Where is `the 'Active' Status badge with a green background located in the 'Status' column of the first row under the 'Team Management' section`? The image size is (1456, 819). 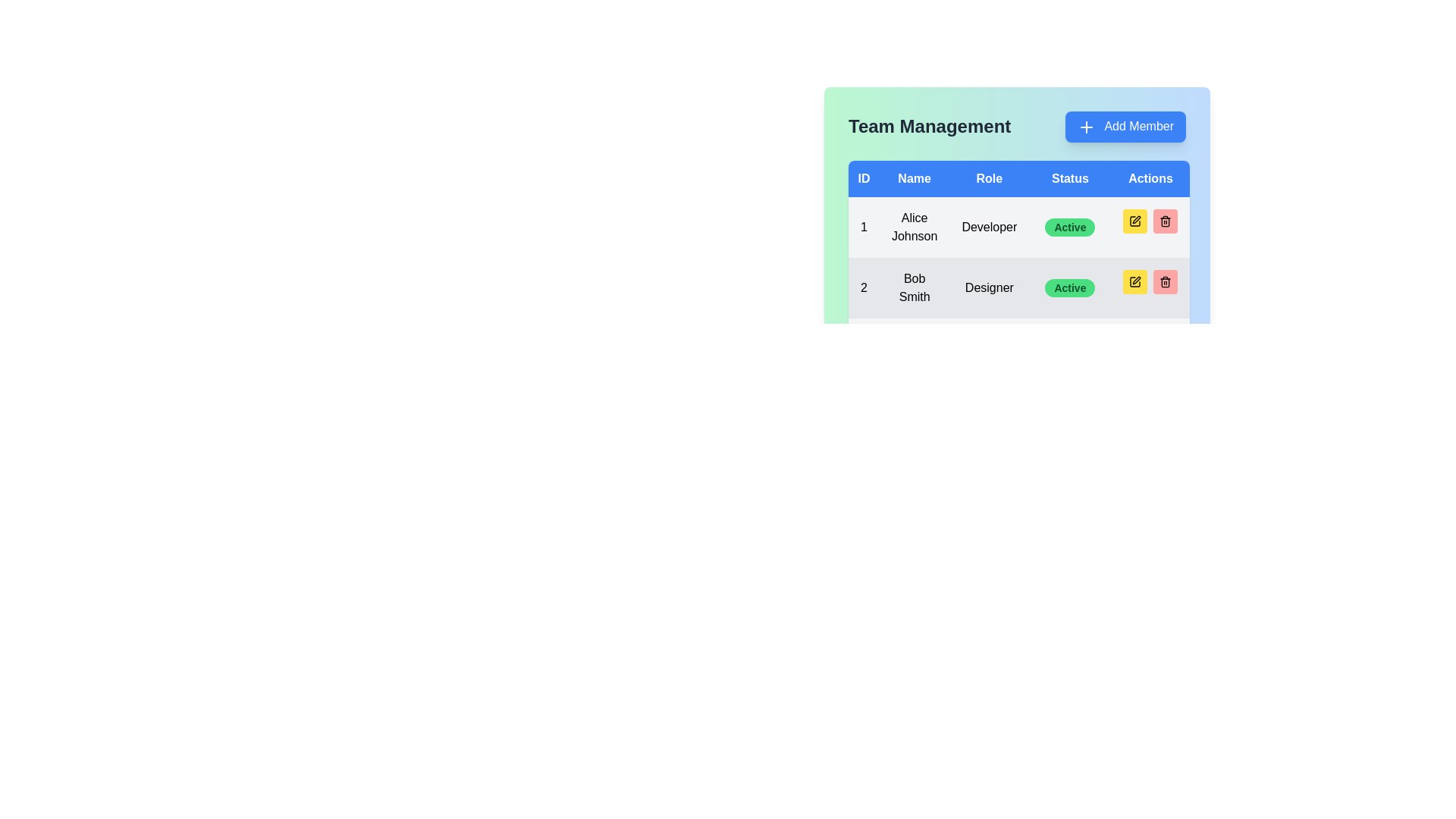 the 'Active' Status badge with a green background located in the 'Status' column of the first row under the 'Team Management' section is located at coordinates (1069, 227).